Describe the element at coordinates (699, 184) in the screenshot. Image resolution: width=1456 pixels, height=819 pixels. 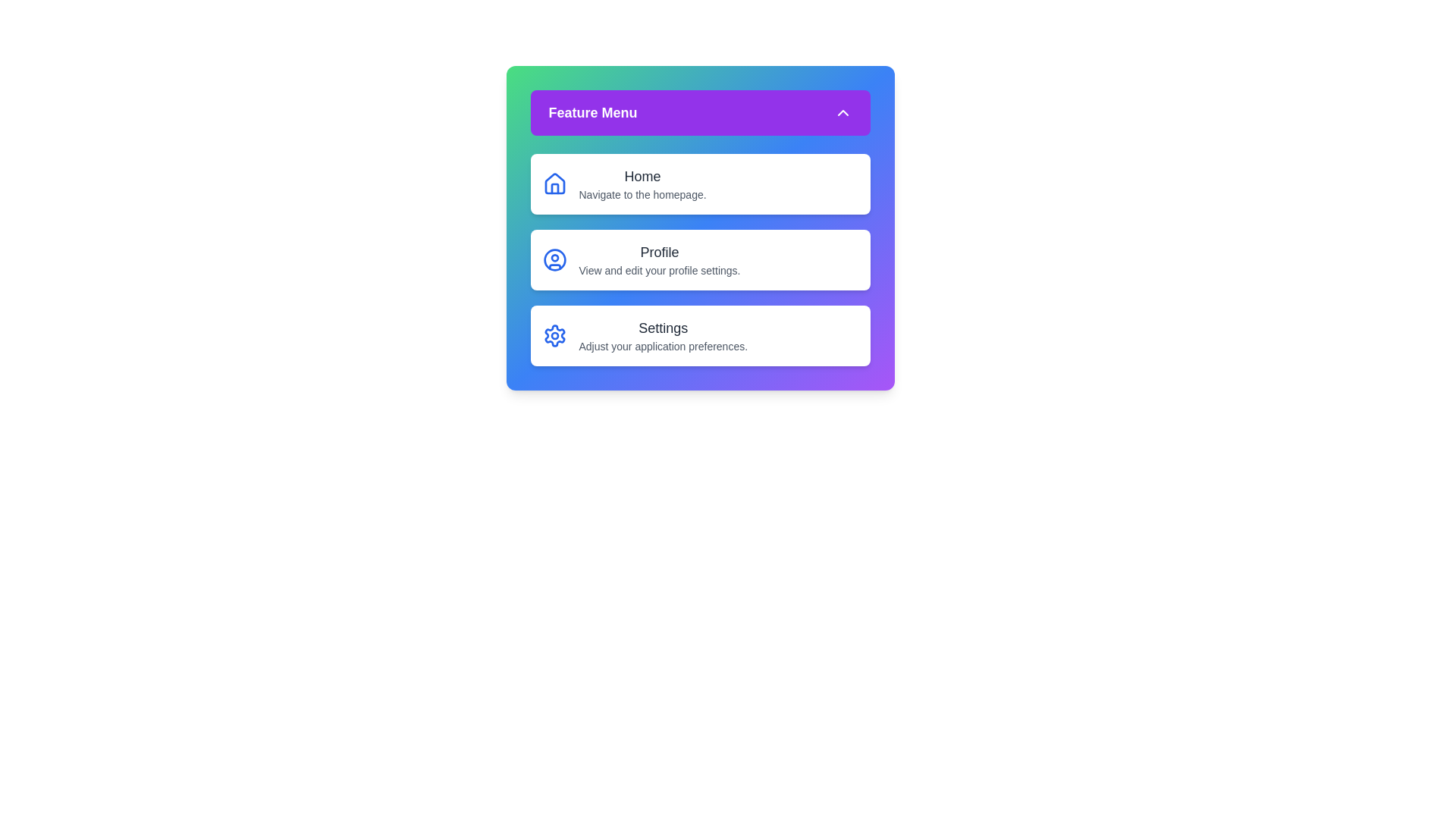
I see `the menu item labeled Home` at that location.